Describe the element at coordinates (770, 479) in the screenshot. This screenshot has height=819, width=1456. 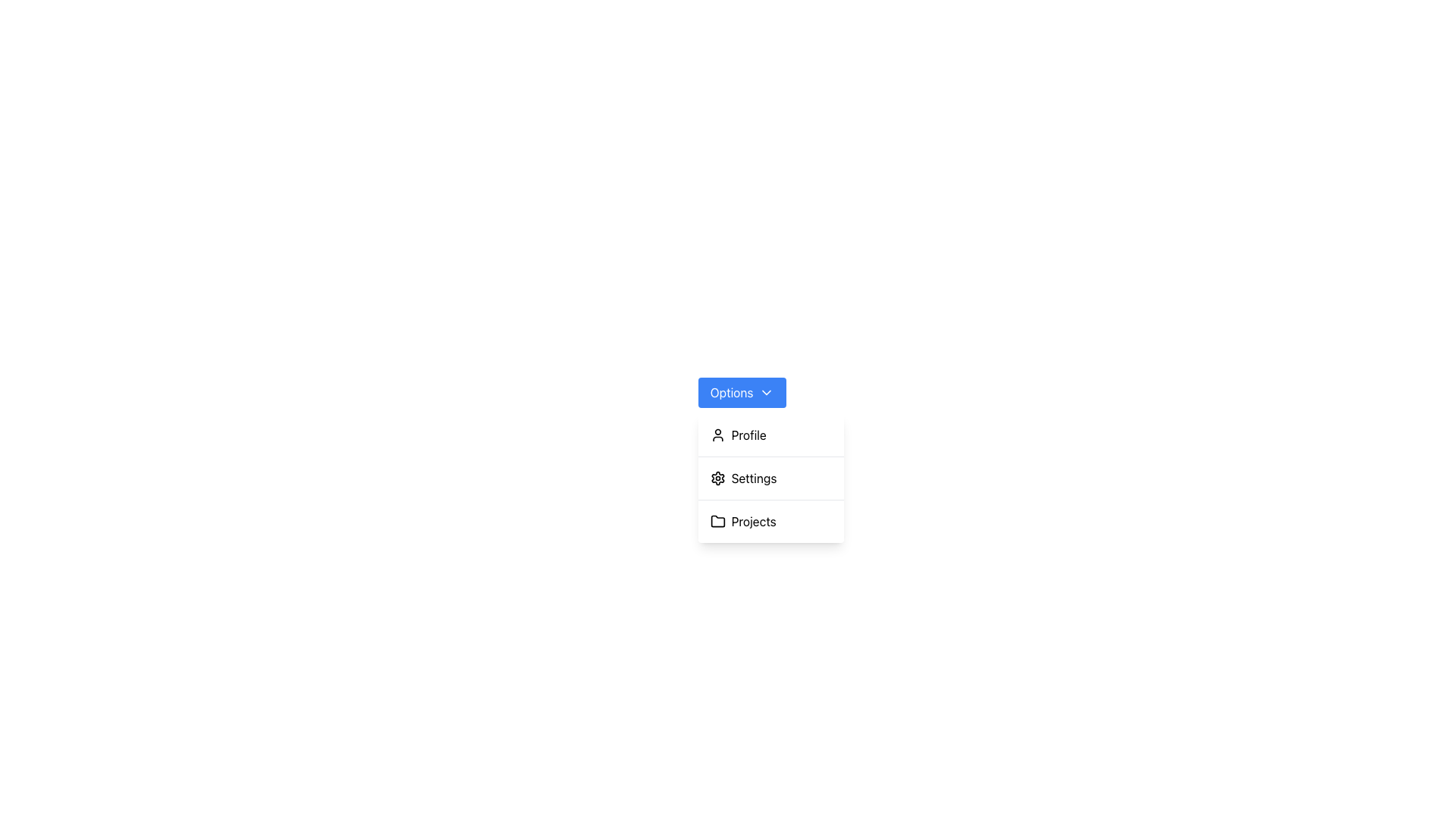
I see `the 'Settings' hyperlink, which is the second item in a vertical list of options` at that location.